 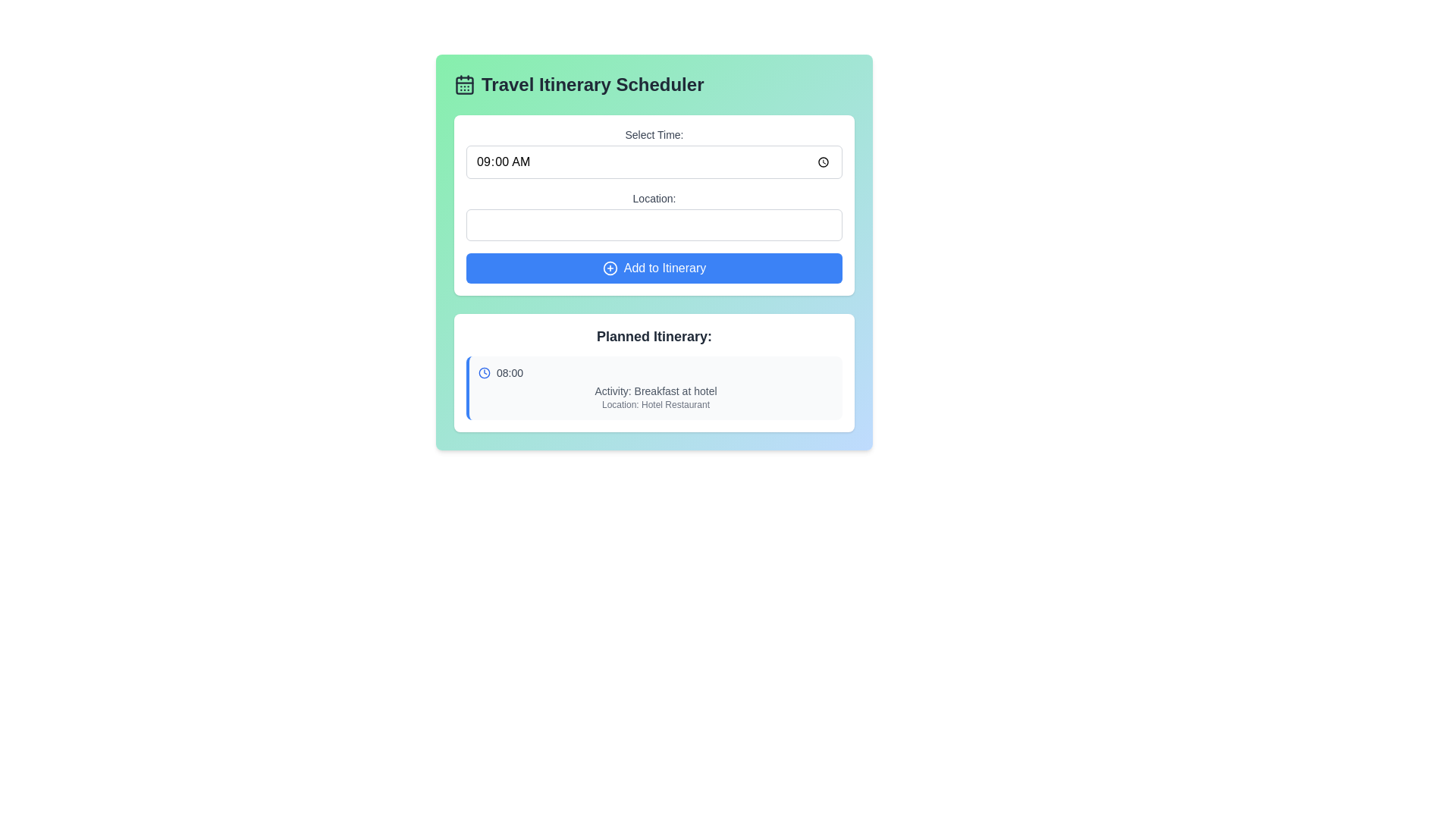 I want to click on the text element that provides a brief description of a specific activity in the planned itinerary, located below the clock icon and time label ('08:00'), and above the location description ('Location: Hotel Restaurant'), so click(x=655, y=391).